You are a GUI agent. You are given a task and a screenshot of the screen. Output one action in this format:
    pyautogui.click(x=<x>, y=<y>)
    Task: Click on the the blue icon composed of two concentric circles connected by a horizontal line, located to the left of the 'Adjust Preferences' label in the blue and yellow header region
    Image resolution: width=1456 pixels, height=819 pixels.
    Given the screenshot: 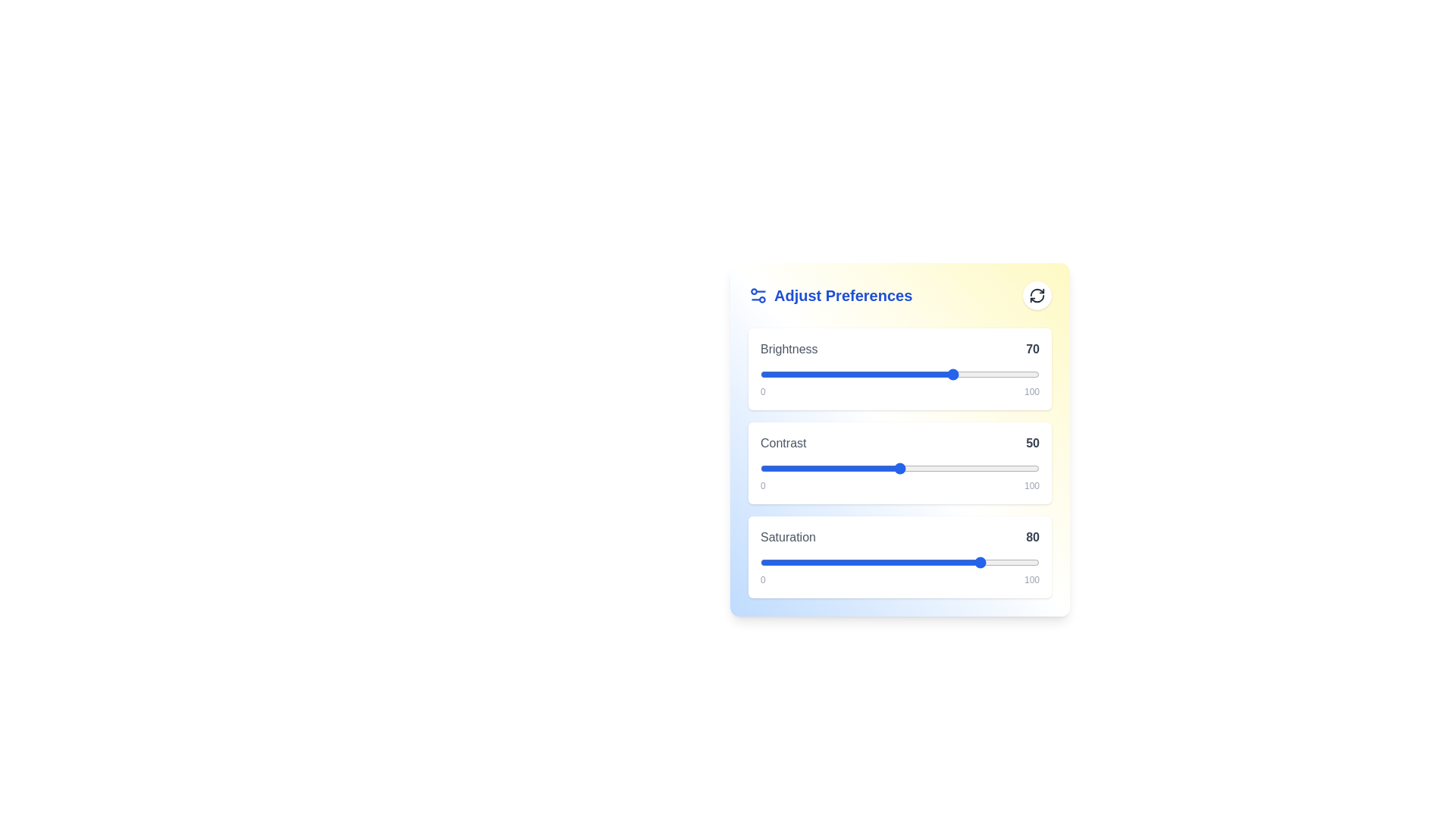 What is the action you would take?
    pyautogui.click(x=758, y=295)
    